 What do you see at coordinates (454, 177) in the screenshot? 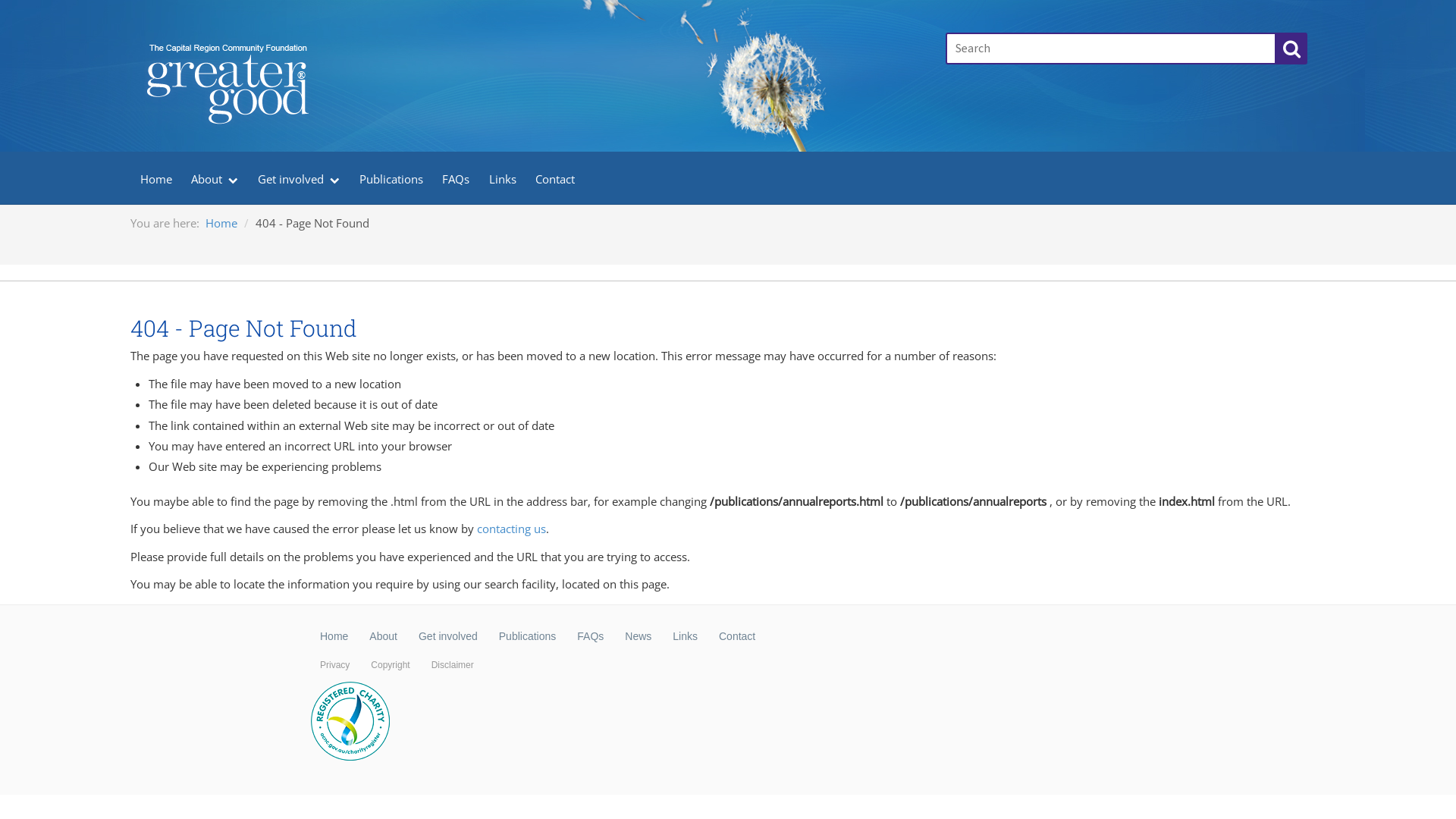
I see `'FAQs'` at bounding box center [454, 177].